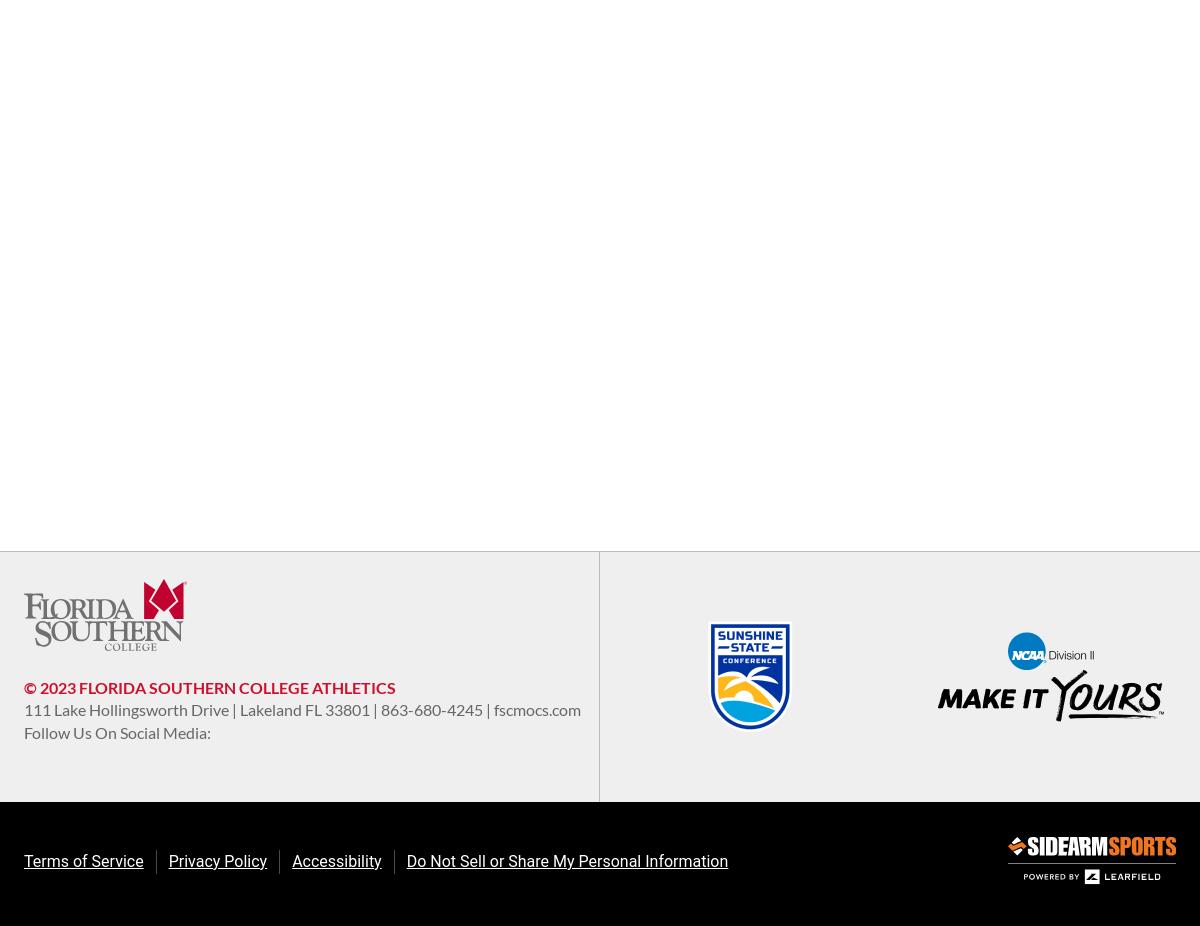  What do you see at coordinates (197, 709) in the screenshot?
I see `'111 Lake Hollingsworth Drive | Lakeland FL 33801'` at bounding box center [197, 709].